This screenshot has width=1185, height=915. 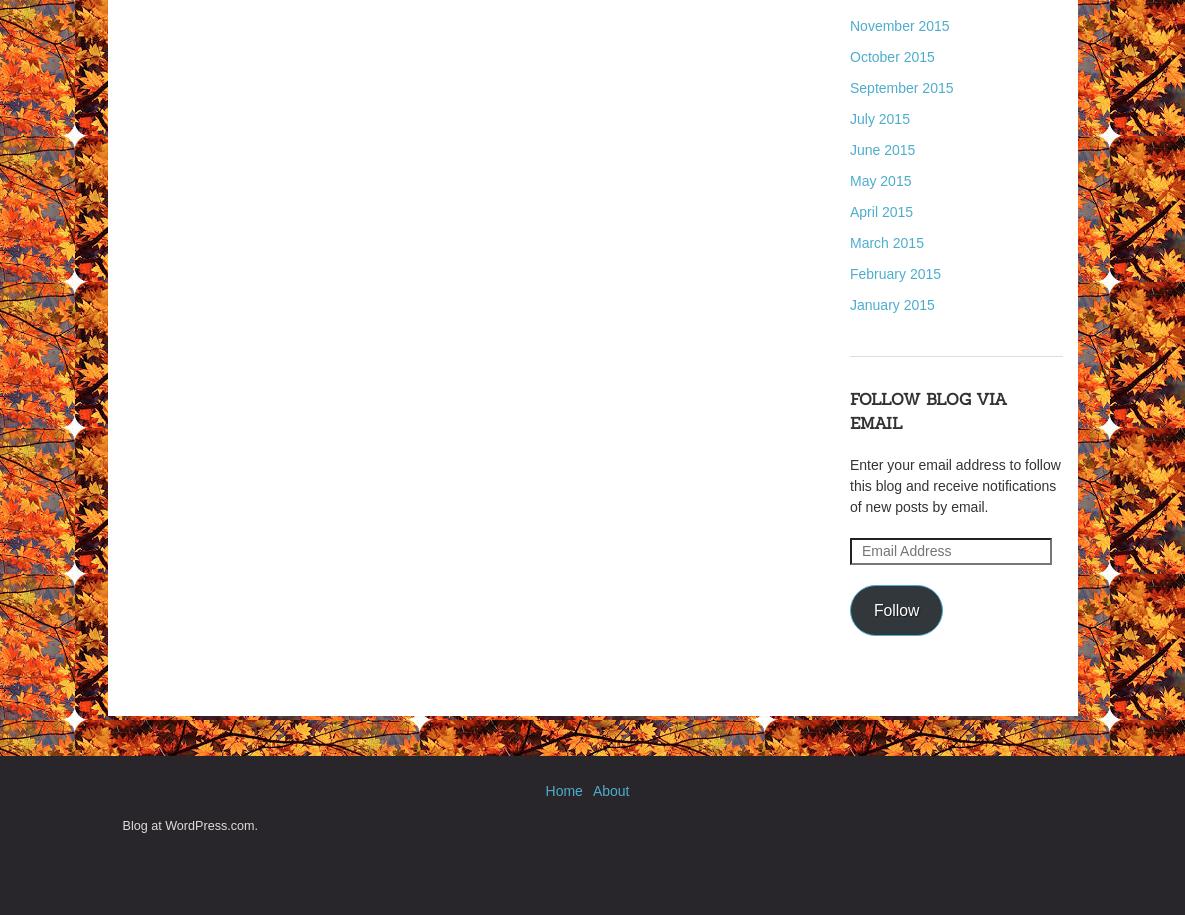 I want to click on 'September 2015', so click(x=849, y=87).